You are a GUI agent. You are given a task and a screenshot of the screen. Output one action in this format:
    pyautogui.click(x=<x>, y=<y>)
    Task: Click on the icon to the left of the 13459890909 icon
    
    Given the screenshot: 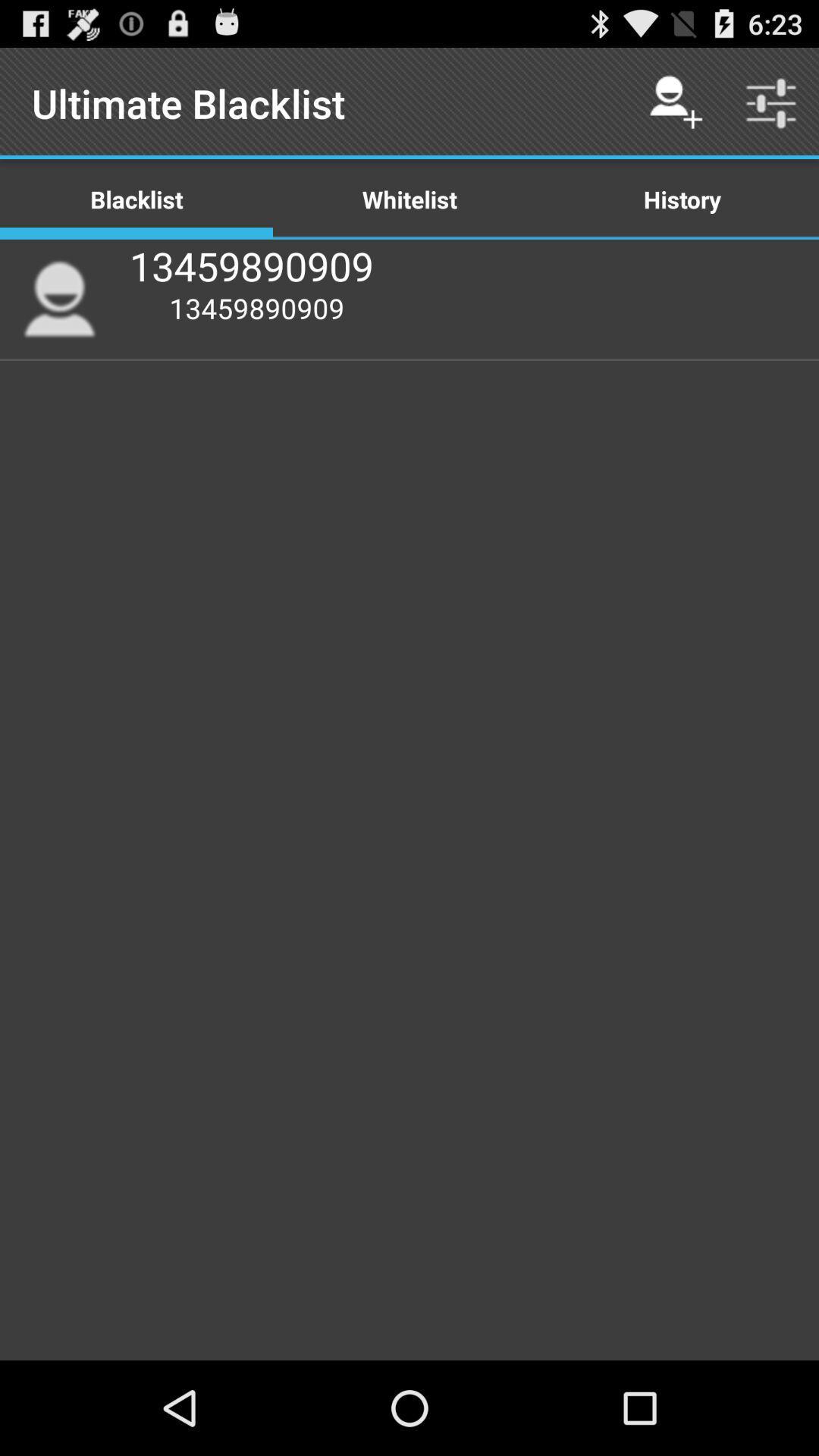 What is the action you would take?
    pyautogui.click(x=58, y=299)
    